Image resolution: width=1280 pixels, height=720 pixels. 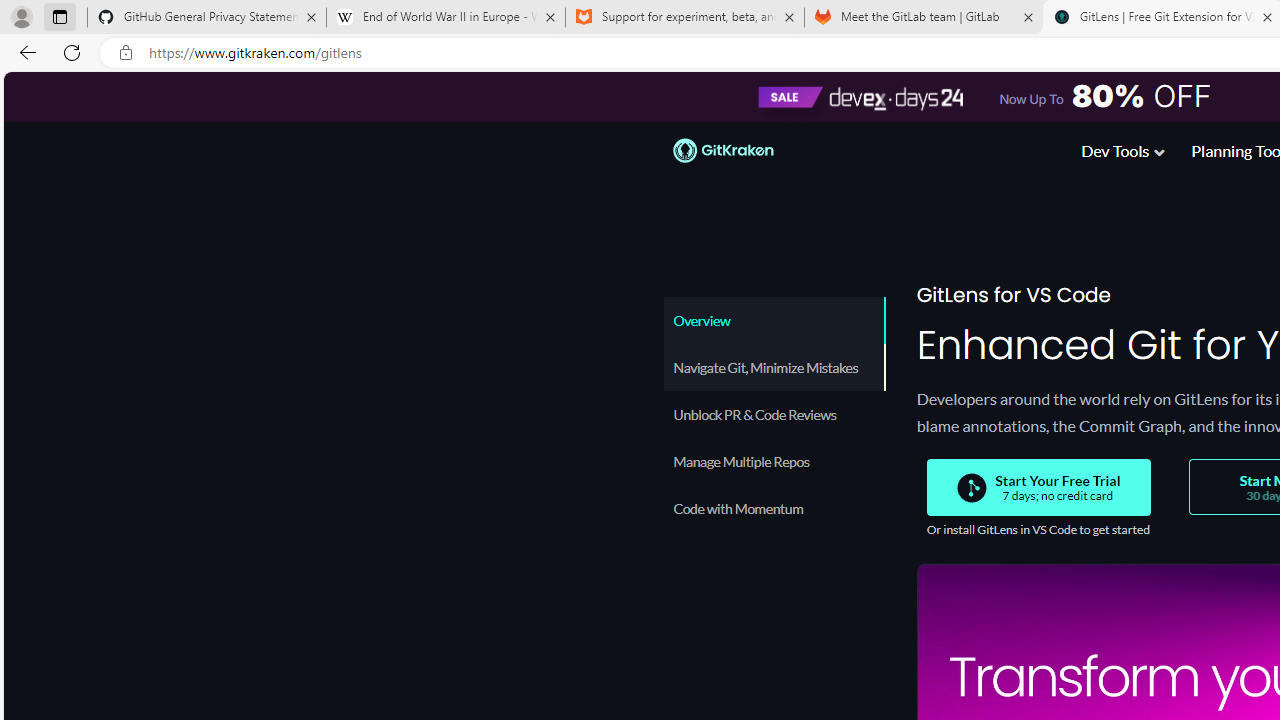 What do you see at coordinates (207, 17) in the screenshot?
I see `'GitHub General Privacy Statement - GitHub Docs'` at bounding box center [207, 17].